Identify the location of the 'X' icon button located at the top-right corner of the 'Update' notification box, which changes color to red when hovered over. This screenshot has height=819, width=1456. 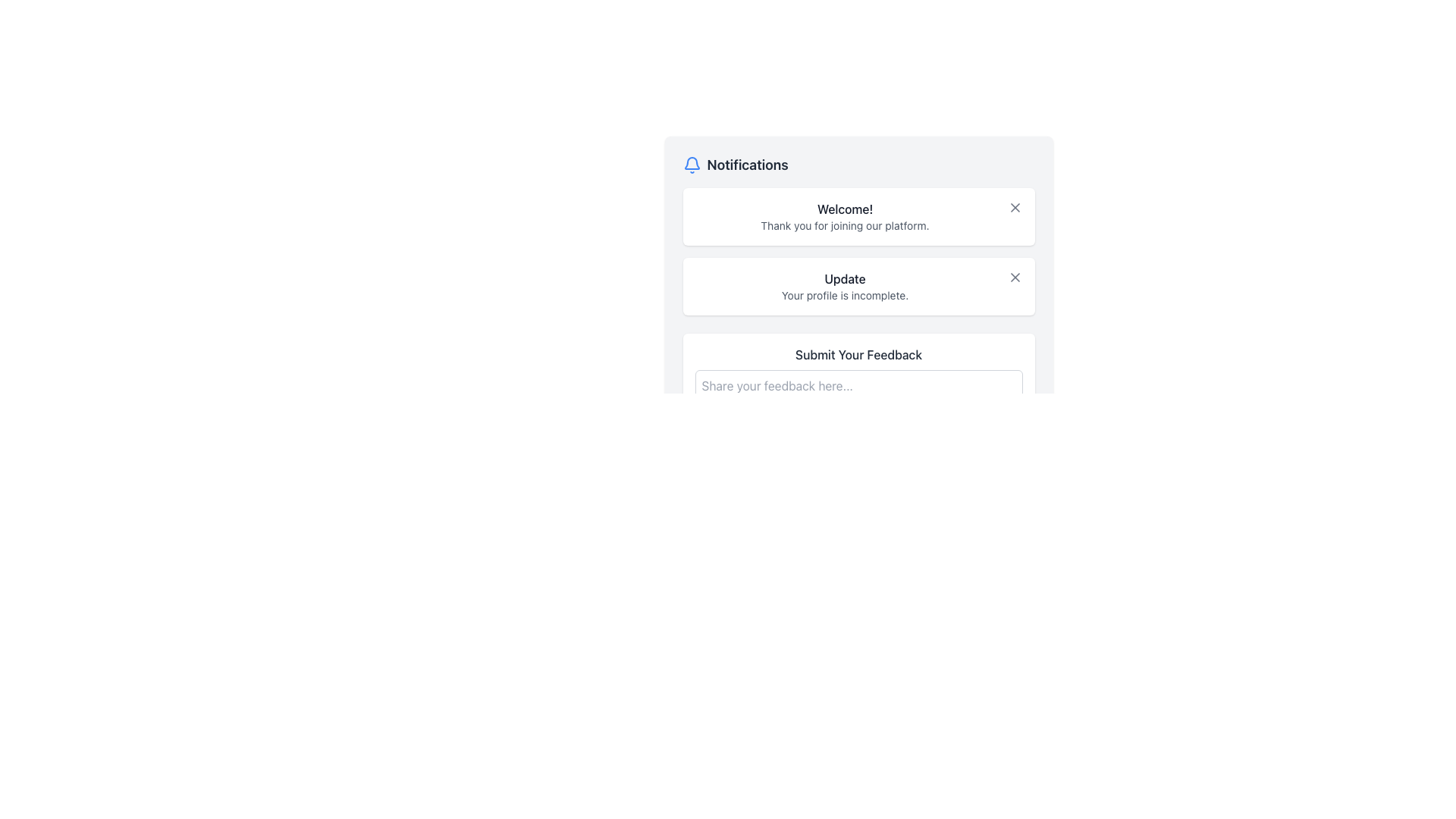
(1015, 278).